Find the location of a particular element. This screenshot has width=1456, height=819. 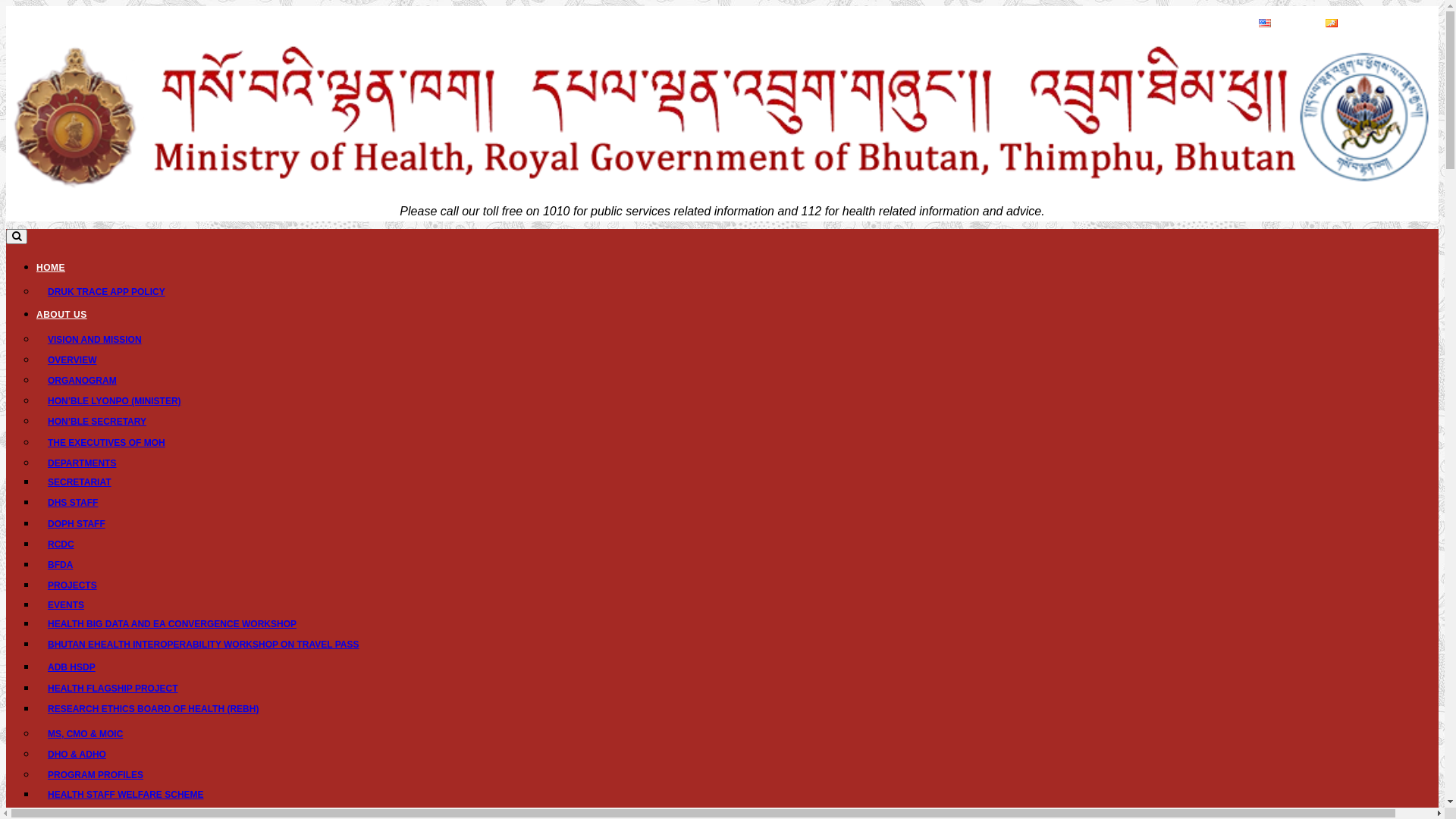

'DOPH STAFF' is located at coordinates (83, 522).